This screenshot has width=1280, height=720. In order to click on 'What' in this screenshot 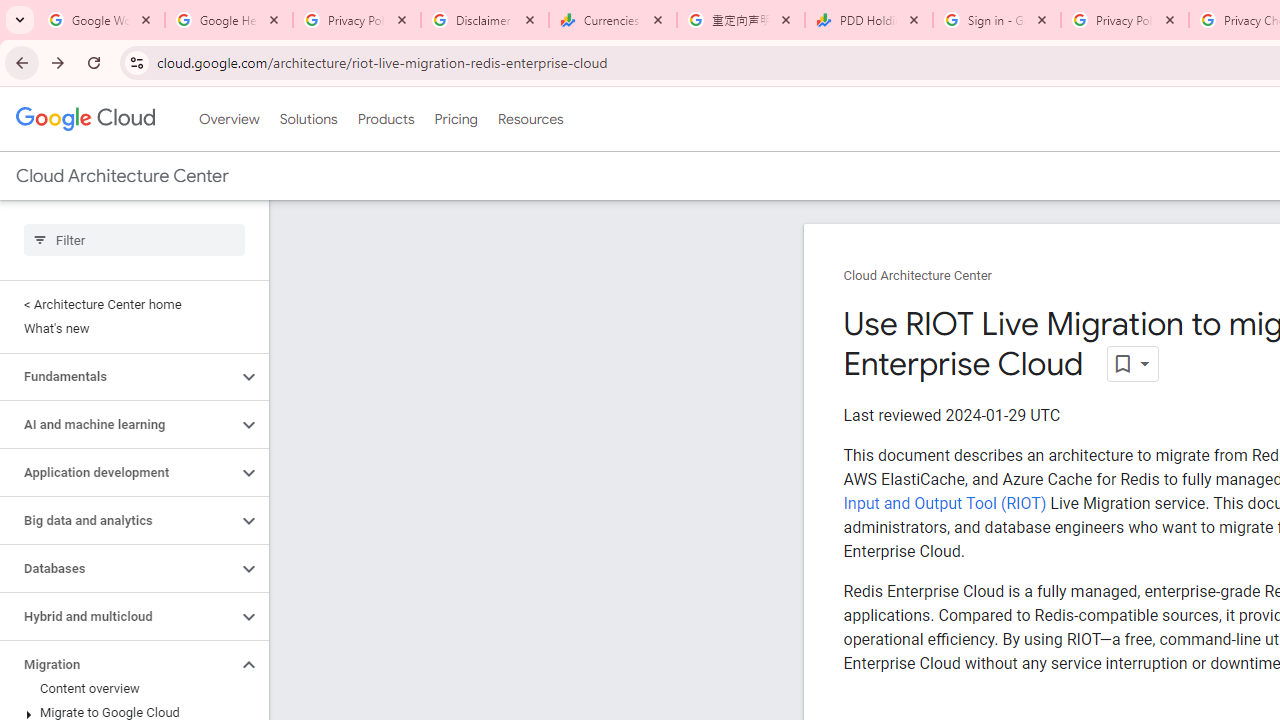, I will do `click(129, 328)`.